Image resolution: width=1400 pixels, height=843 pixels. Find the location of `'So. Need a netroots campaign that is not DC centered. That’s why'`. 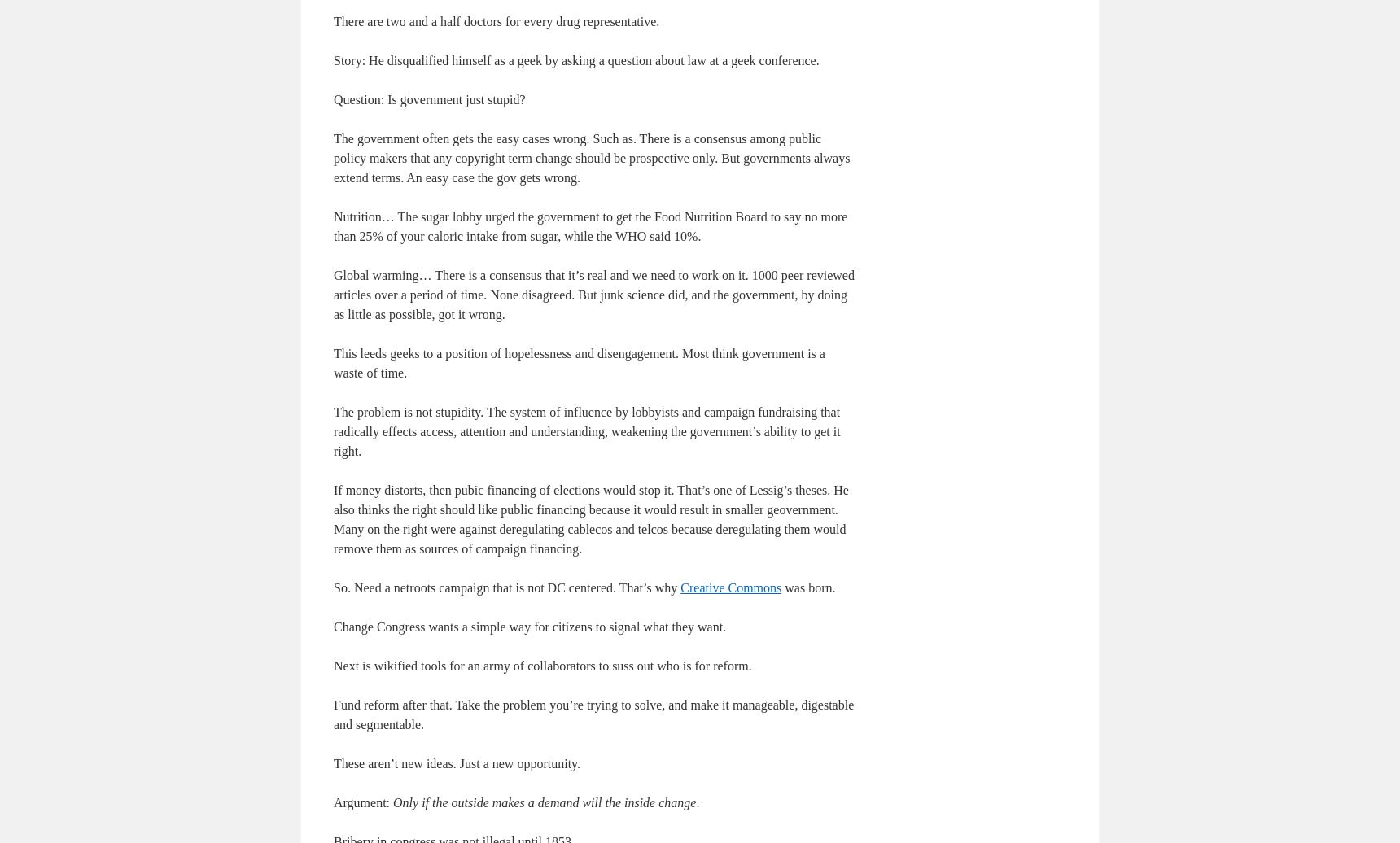

'So. Need a netroots campaign that is not DC centered. That’s why' is located at coordinates (505, 587).